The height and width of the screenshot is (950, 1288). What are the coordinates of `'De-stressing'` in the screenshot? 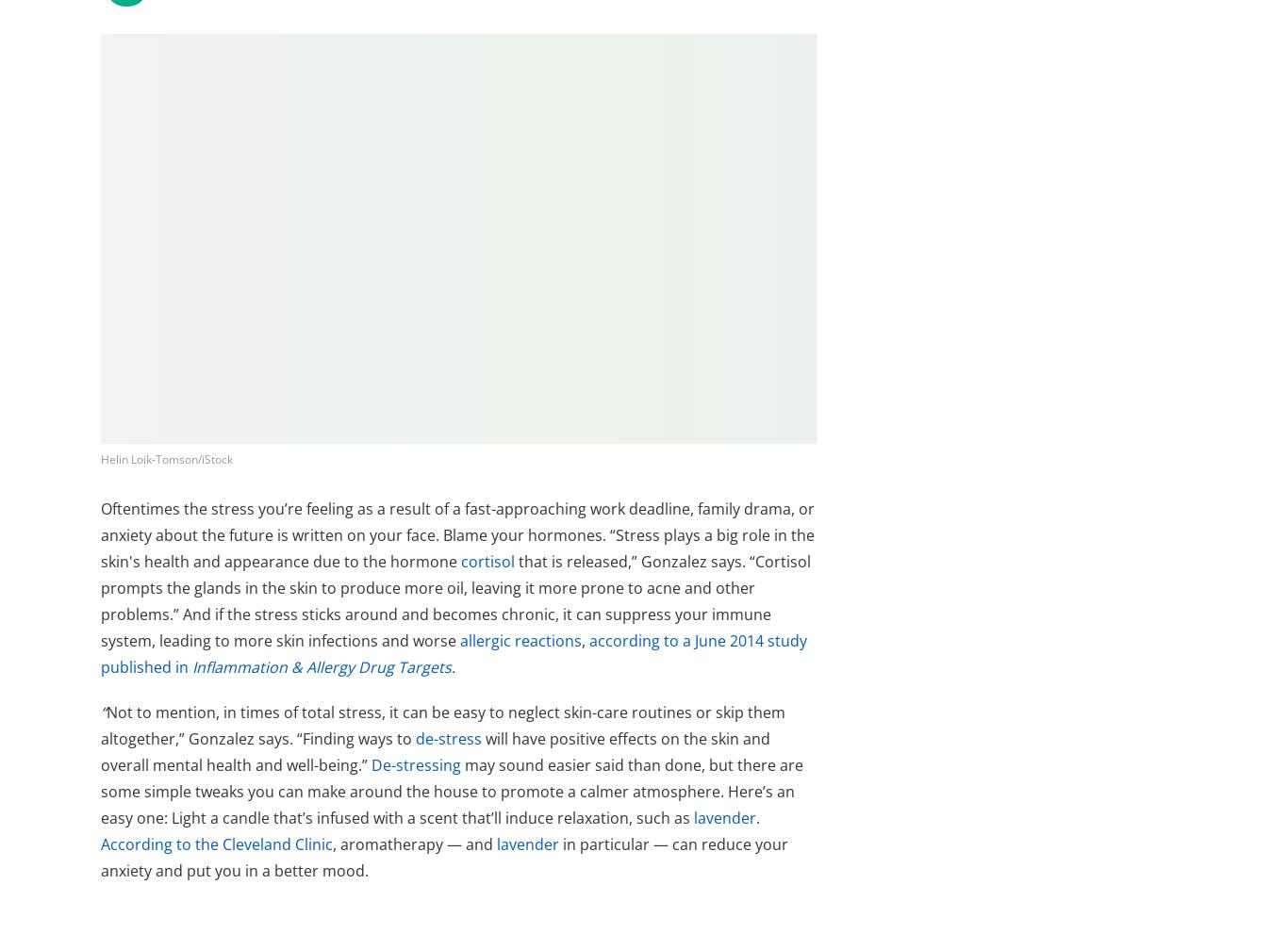 It's located at (415, 764).